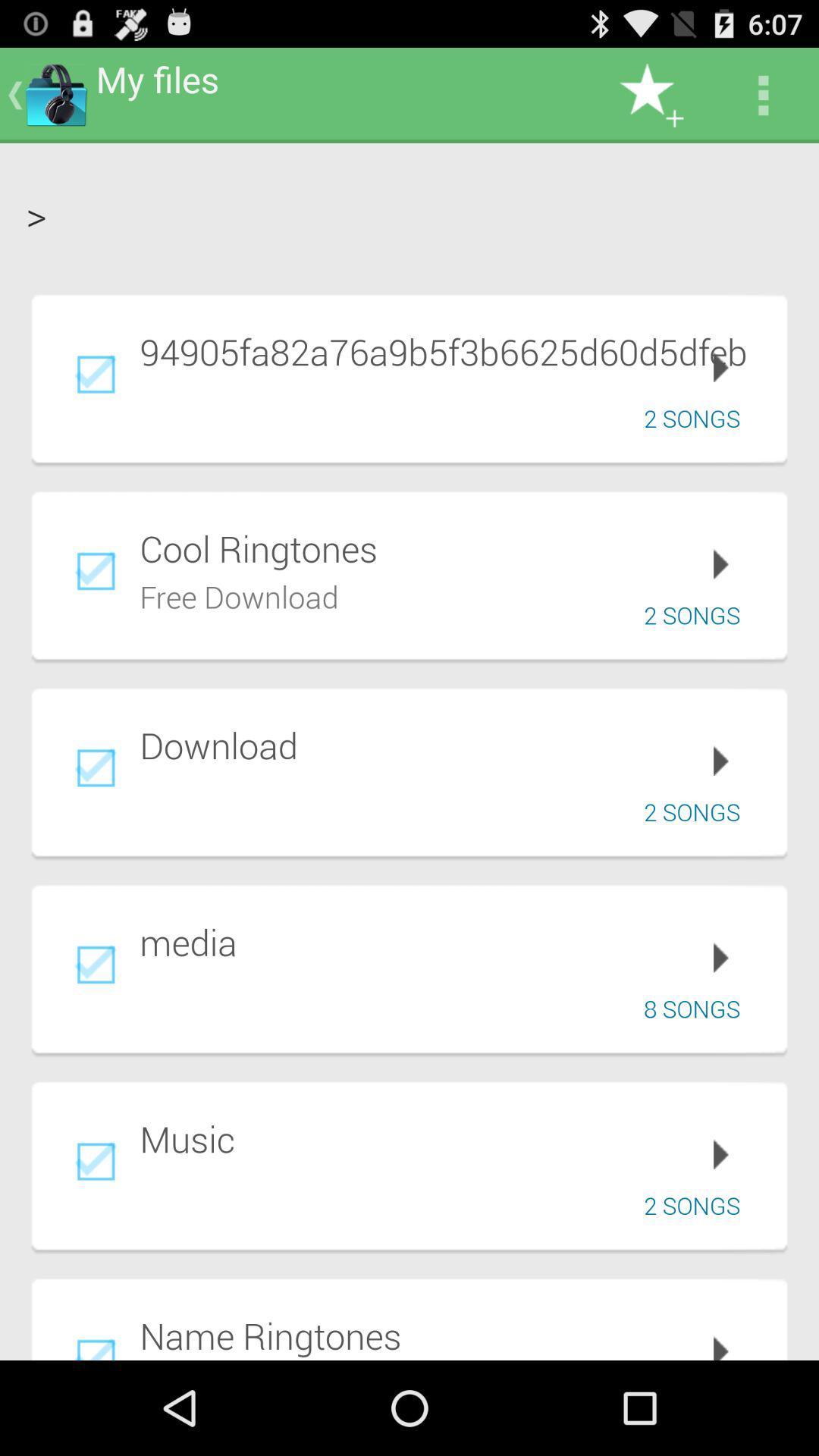 The image size is (819, 1456). Describe the element at coordinates (452, 1335) in the screenshot. I see `the icon below the 2 songs item` at that location.